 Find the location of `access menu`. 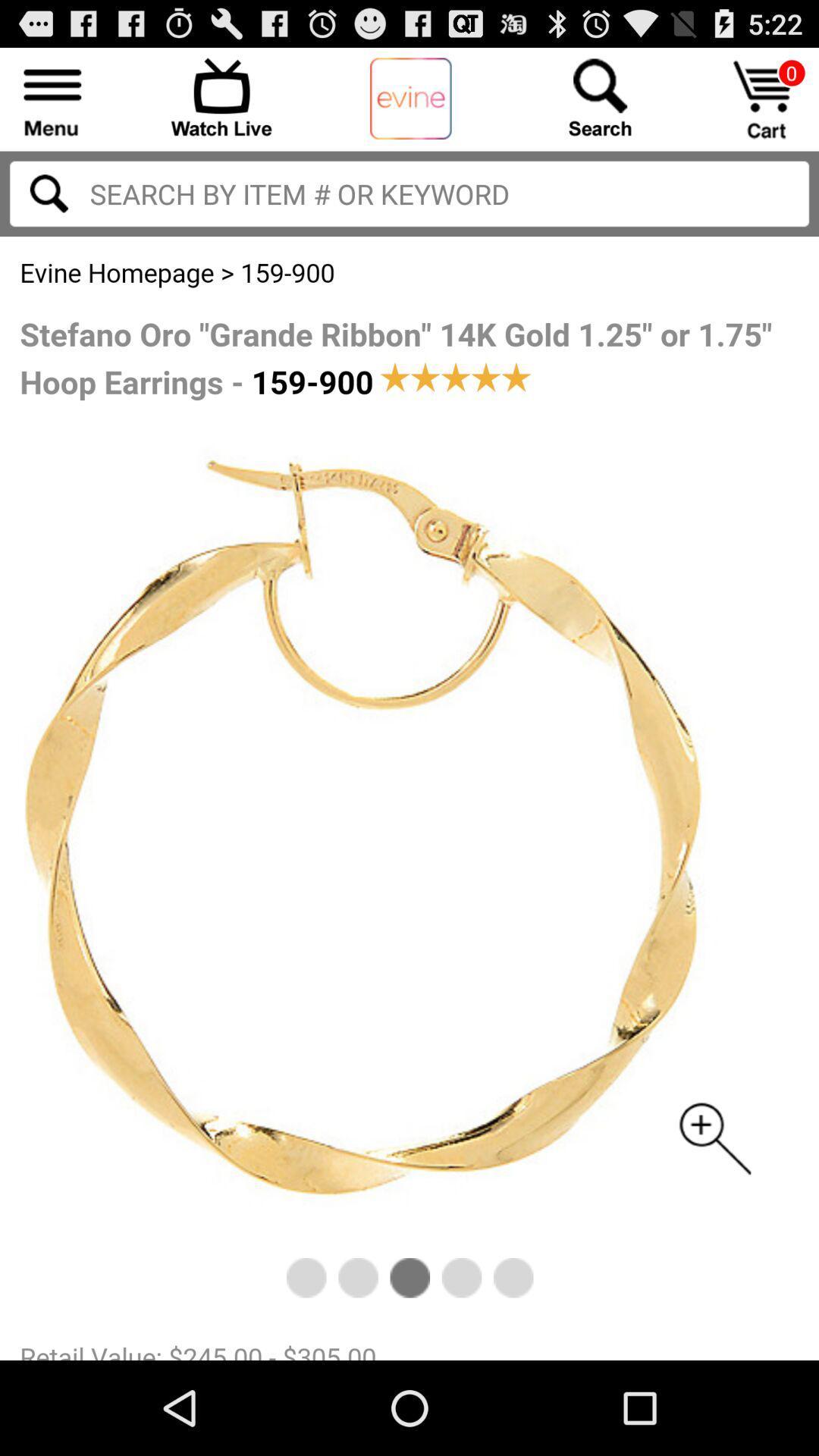

access menu is located at coordinates (52, 96).